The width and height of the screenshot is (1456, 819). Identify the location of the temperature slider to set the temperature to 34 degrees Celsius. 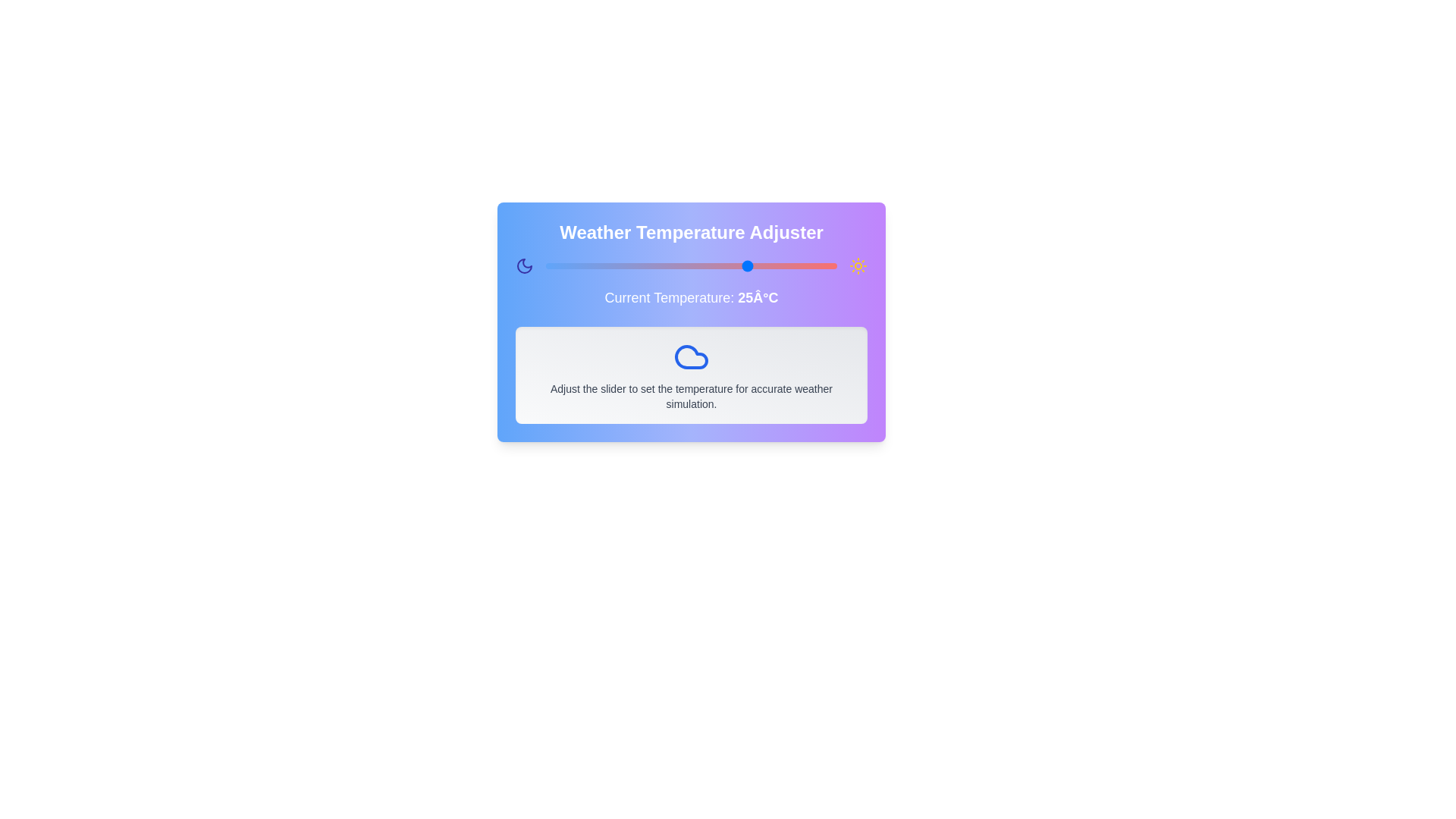
(801, 265).